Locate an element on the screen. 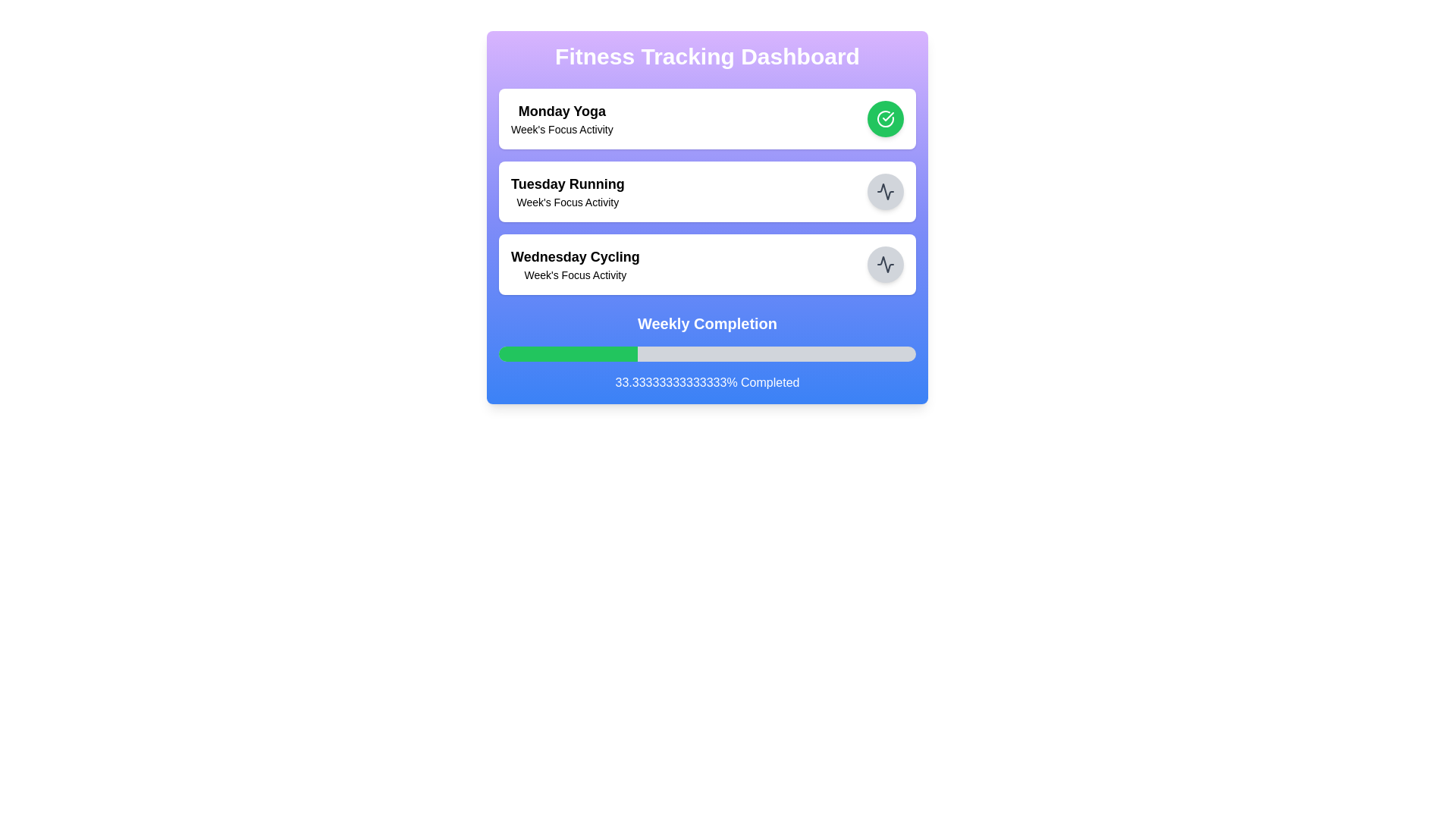  the Text display element that shows 'Wednesday Cycling' and 'Week's Focus Activity', which is located in the third activity card on the dashboard is located at coordinates (574, 263).